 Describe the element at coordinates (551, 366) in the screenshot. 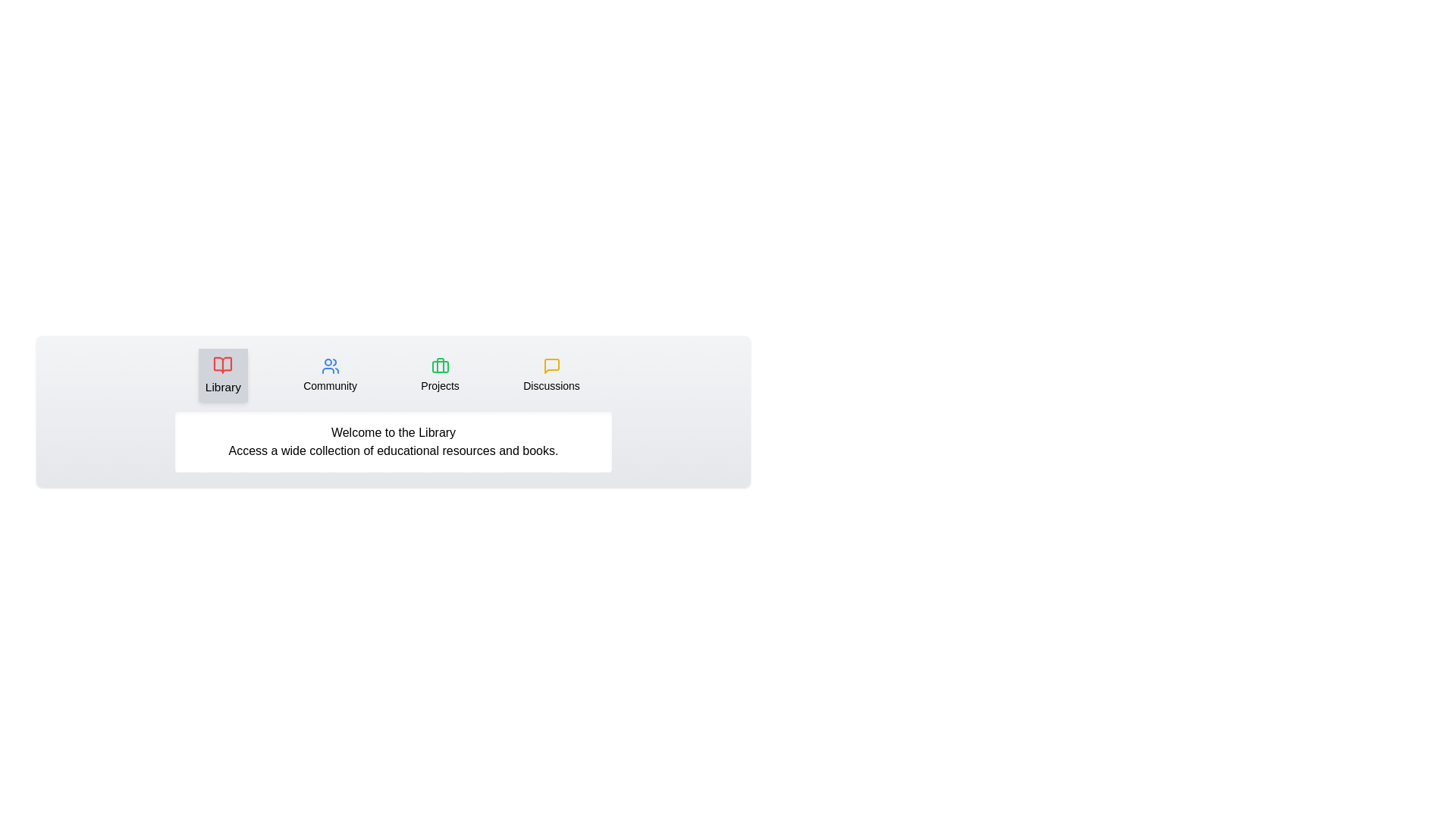

I see `the yellow speech bubble icon that is part of the 'Discussions' navigation button, which is the fourth item in the horizontal menu bar` at that location.